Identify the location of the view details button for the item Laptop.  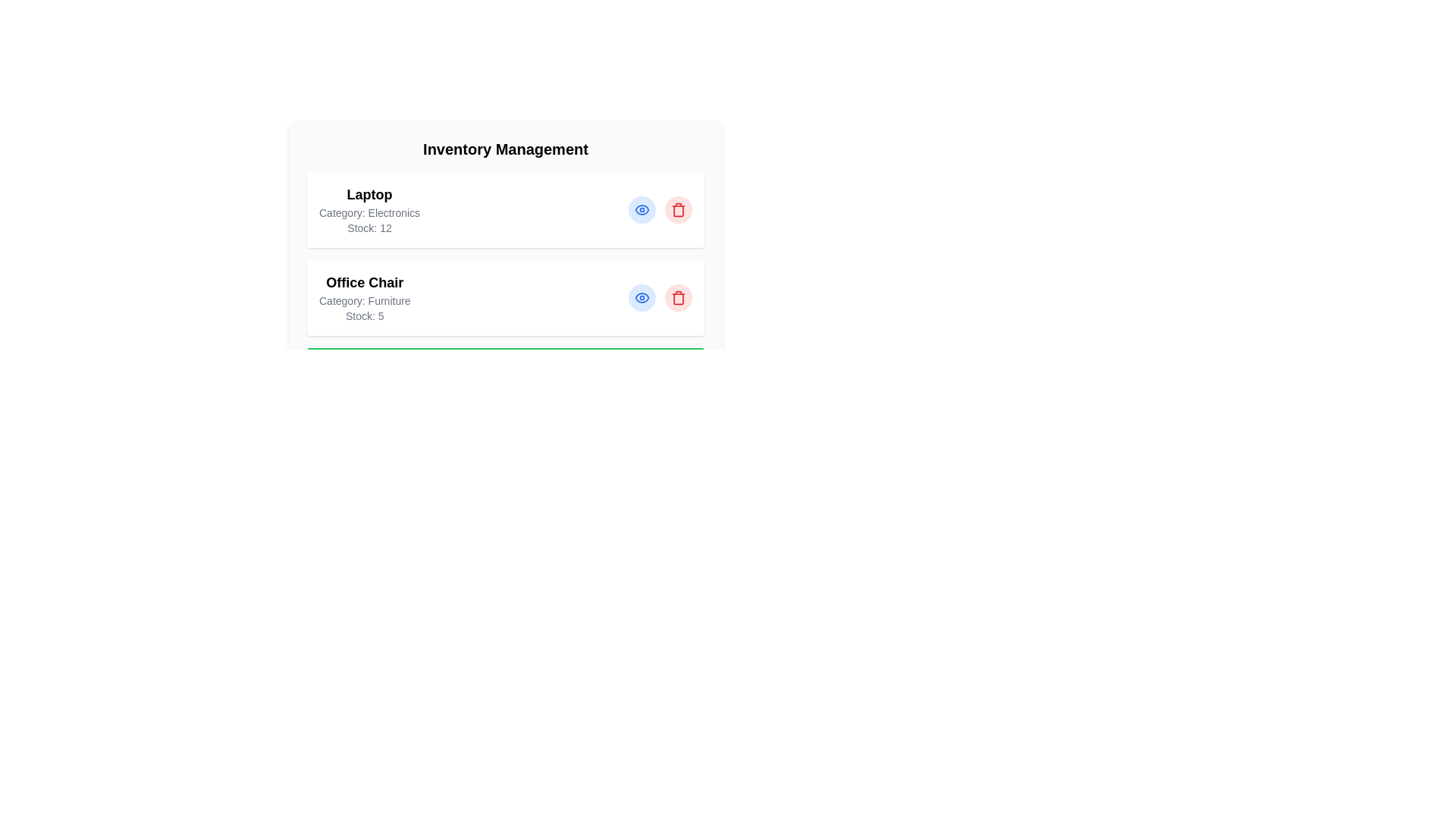
(642, 210).